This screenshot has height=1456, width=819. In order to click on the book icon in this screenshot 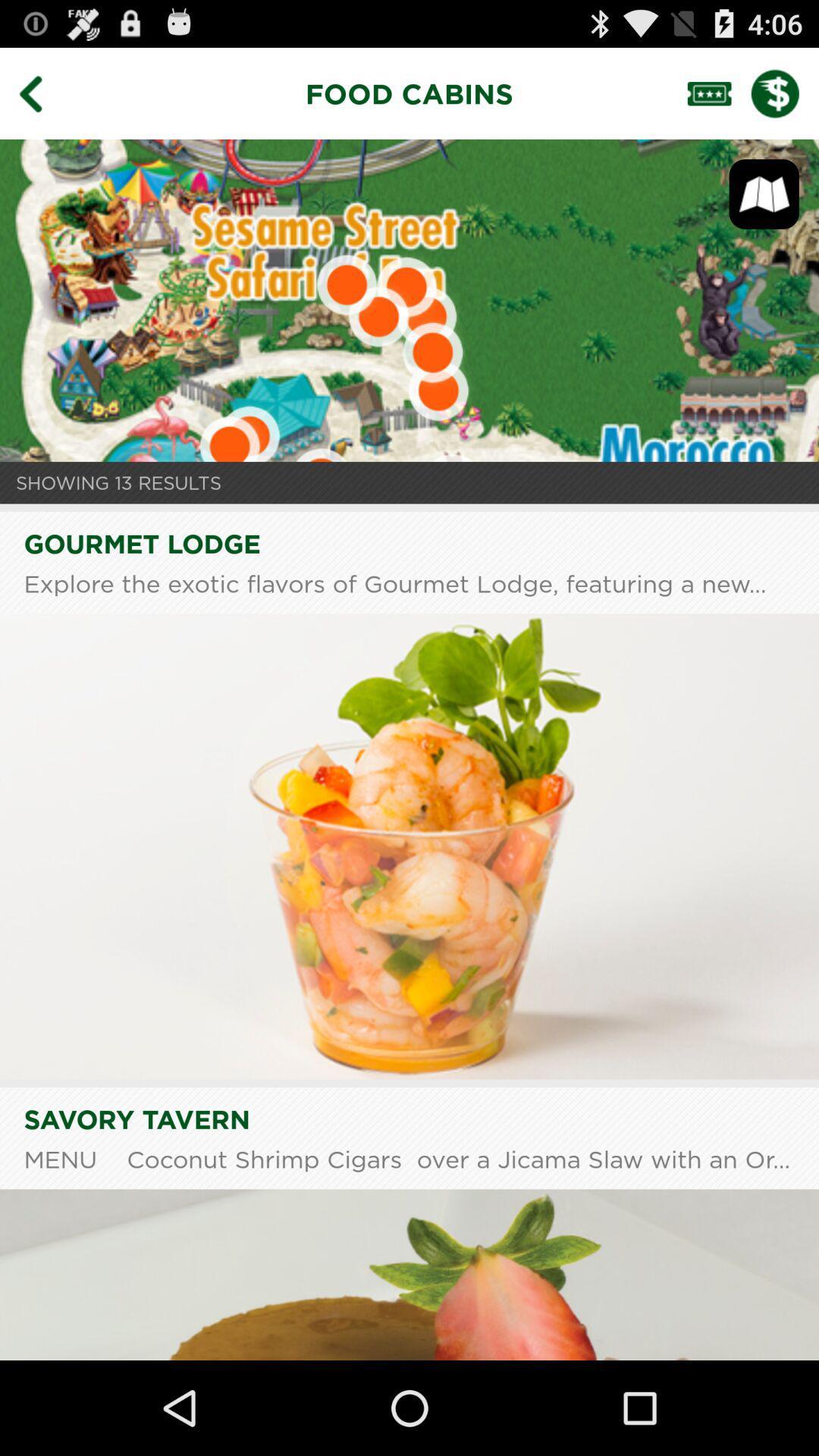, I will do `click(764, 207)`.